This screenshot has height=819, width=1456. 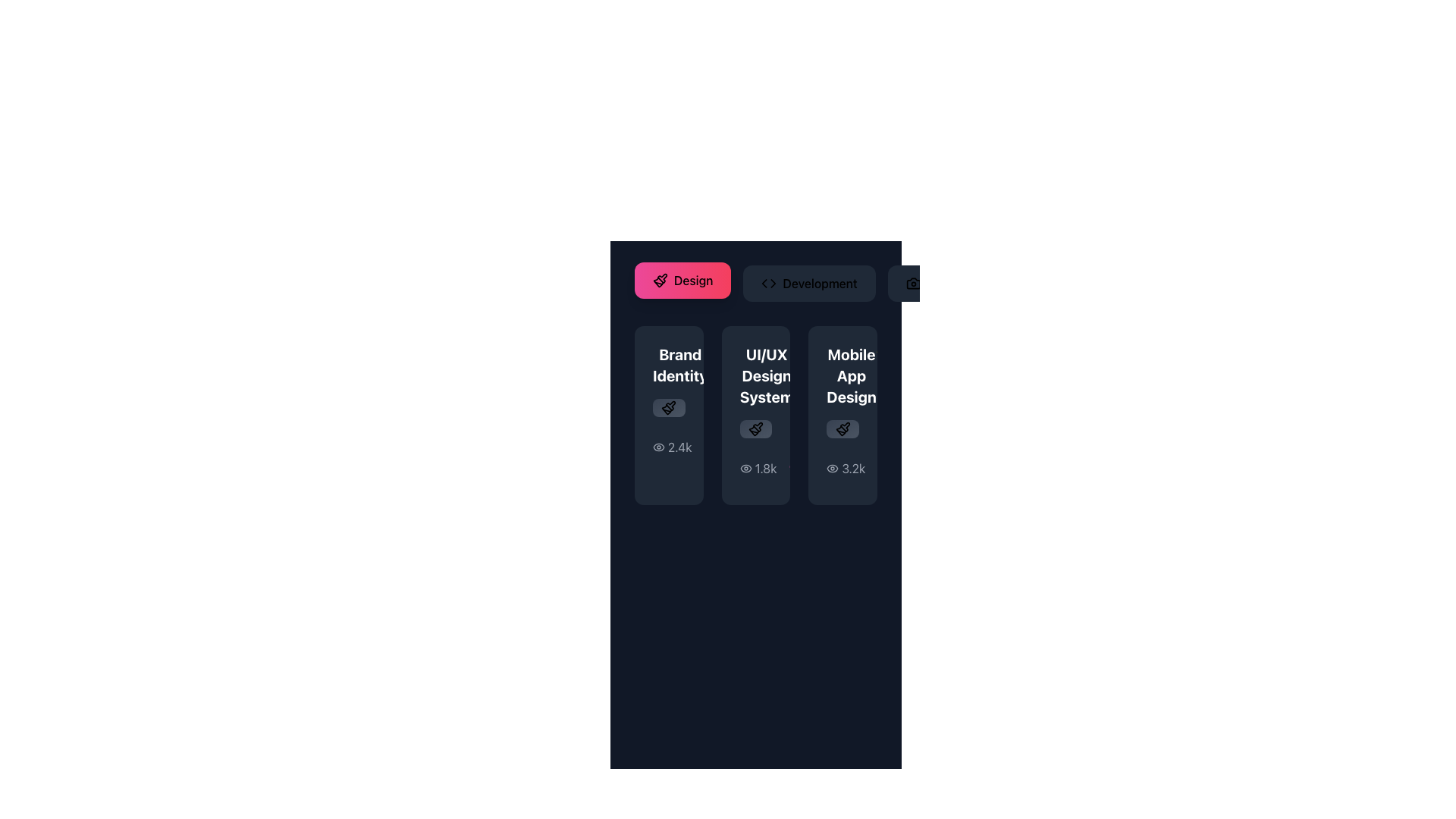 What do you see at coordinates (745, 467) in the screenshot?
I see `the visibility icon resembling an eye outline, located within the second card titled 'UI/UX Design System', positioned below the main title and aligned with the numerical text '1.8k'` at bounding box center [745, 467].